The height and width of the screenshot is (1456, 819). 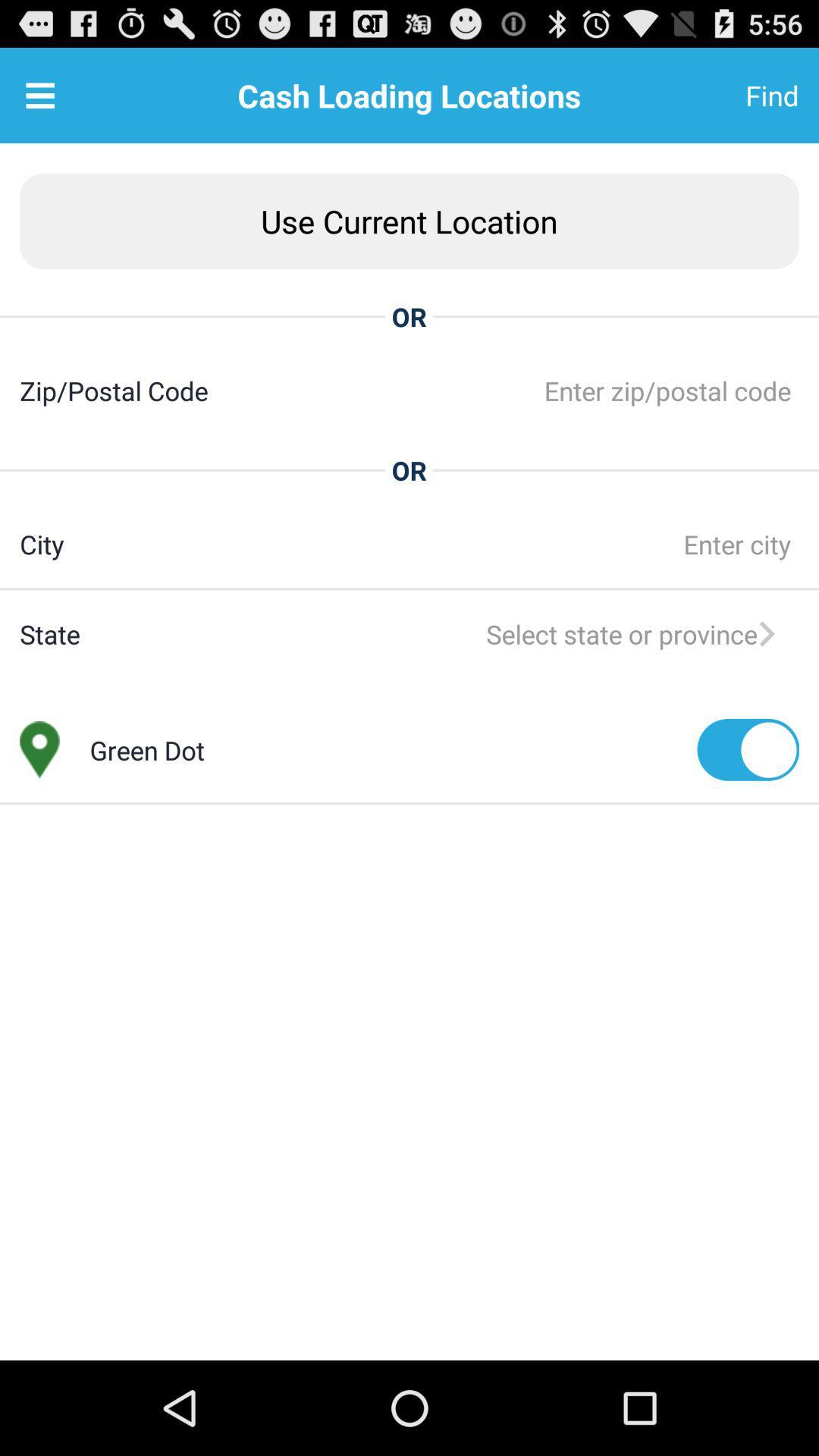 What do you see at coordinates (39, 94) in the screenshot?
I see `icon above use current location` at bounding box center [39, 94].